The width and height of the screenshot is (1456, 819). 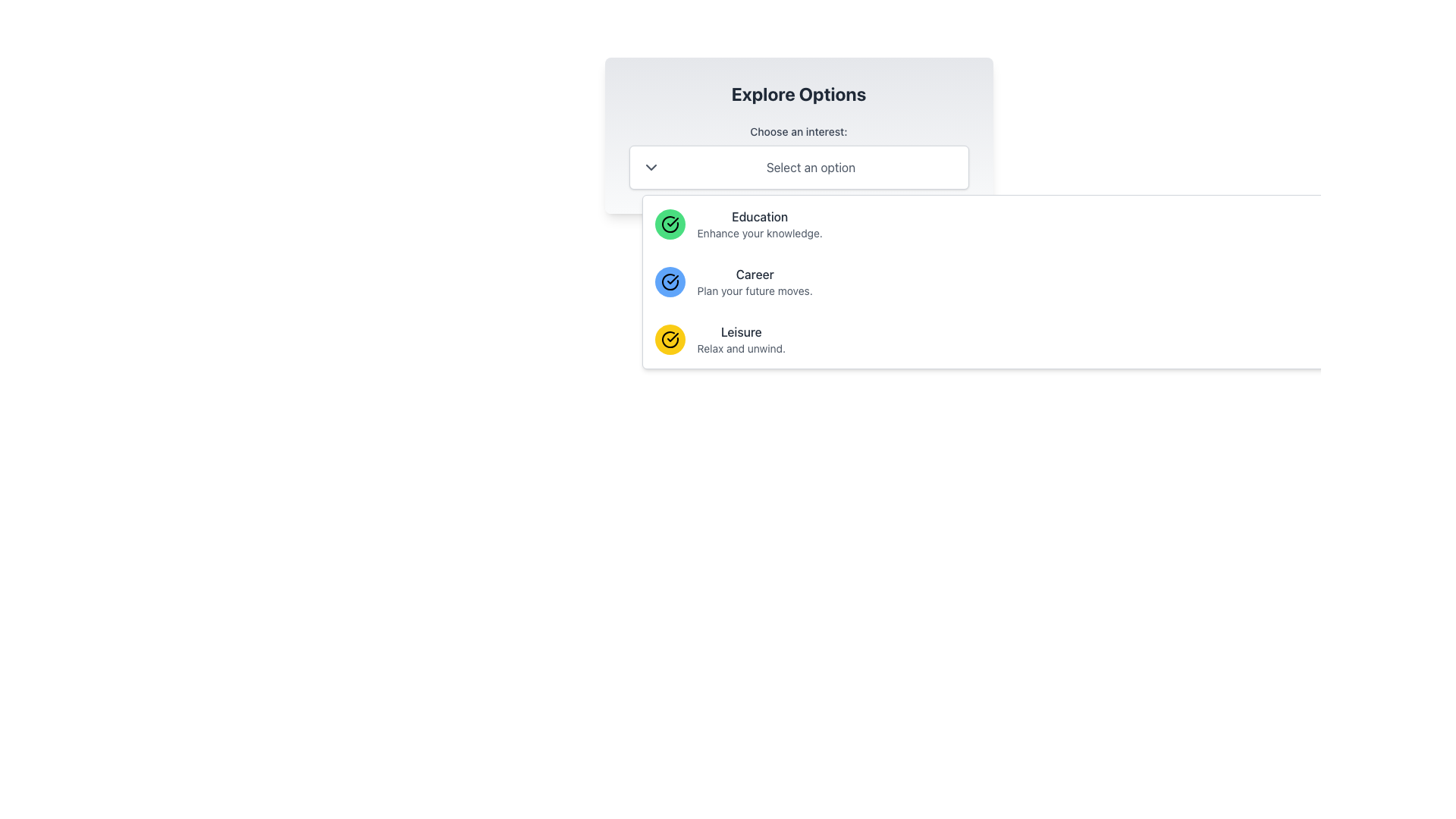 What do you see at coordinates (798, 157) in the screenshot?
I see `the dropdown menu labeled 'Choose an interest:' which displays the placeholder text 'Select an option'` at bounding box center [798, 157].